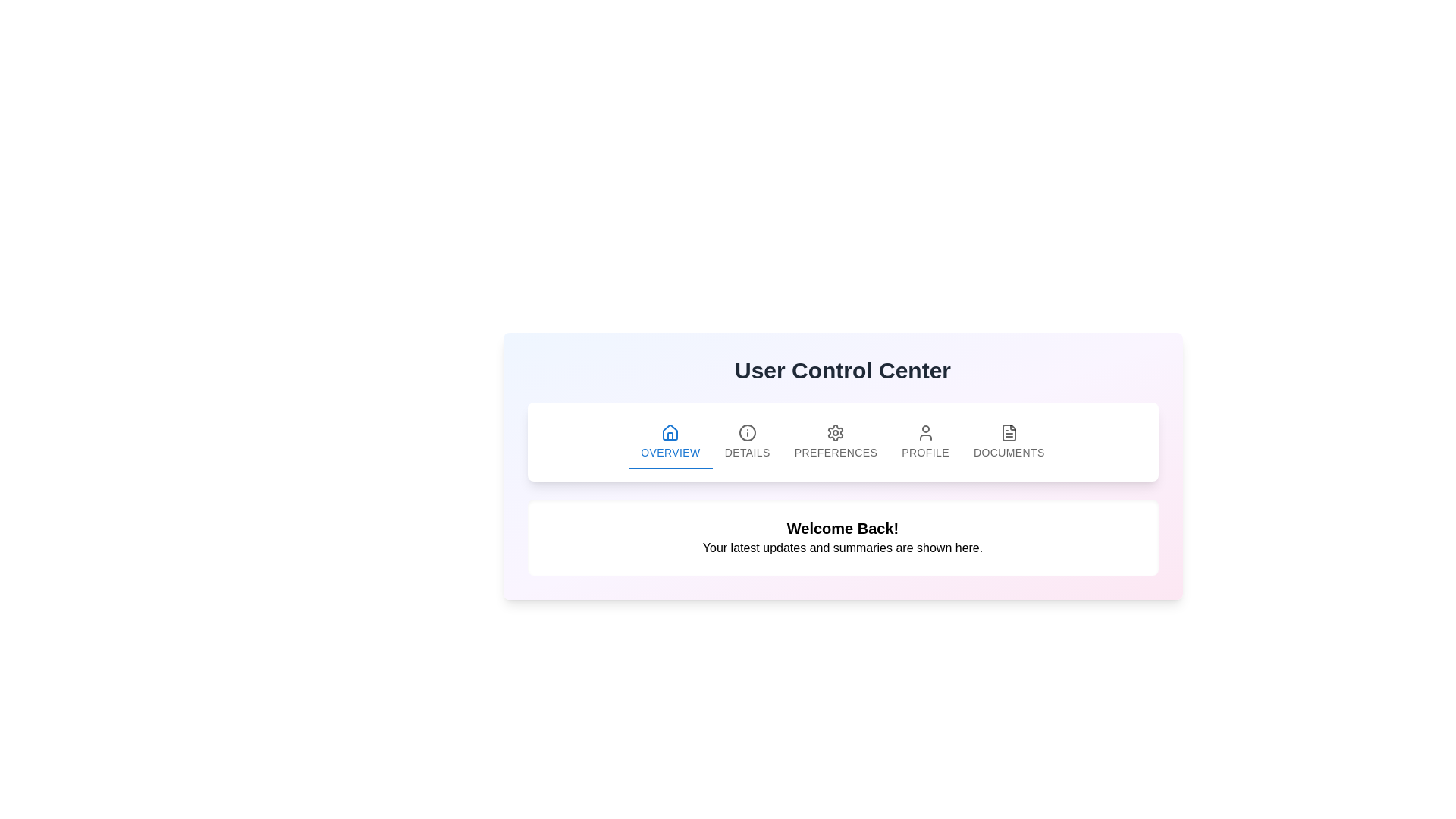  Describe the element at coordinates (747, 441) in the screenshot. I see `the 'Details' tab button` at that location.